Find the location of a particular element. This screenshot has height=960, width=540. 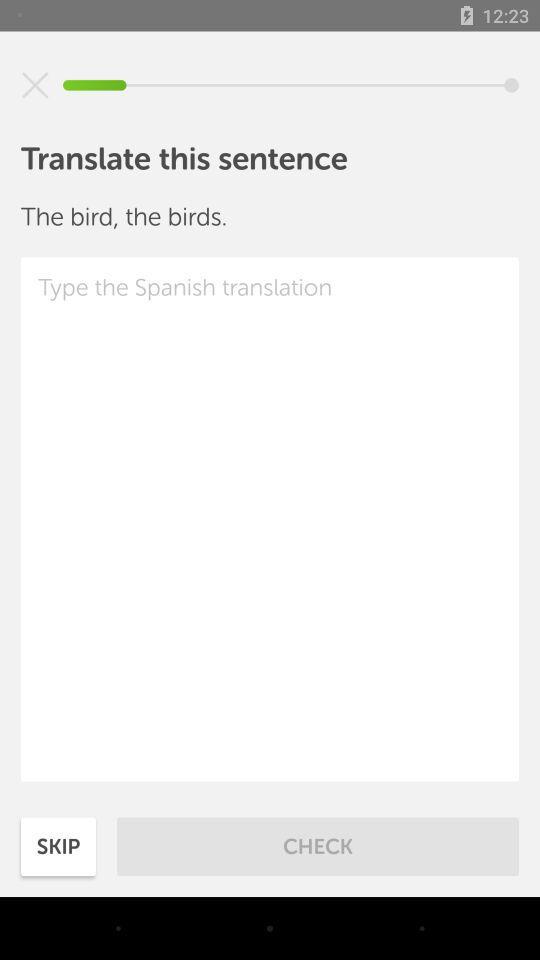

check icon is located at coordinates (318, 845).